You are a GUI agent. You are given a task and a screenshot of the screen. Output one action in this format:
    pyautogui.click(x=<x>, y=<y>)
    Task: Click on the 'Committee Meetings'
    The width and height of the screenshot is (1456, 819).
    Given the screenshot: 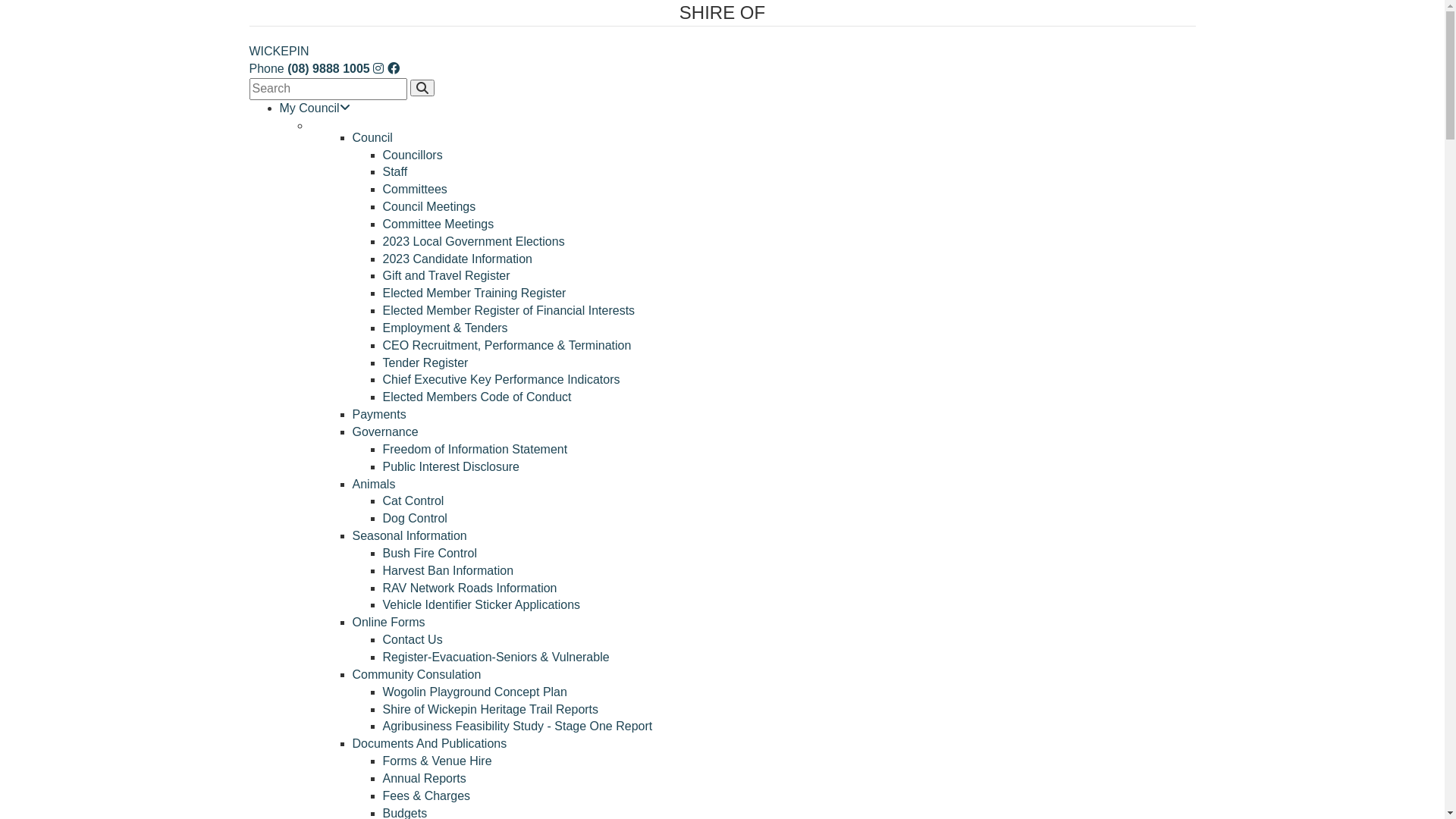 What is the action you would take?
    pyautogui.click(x=382, y=224)
    